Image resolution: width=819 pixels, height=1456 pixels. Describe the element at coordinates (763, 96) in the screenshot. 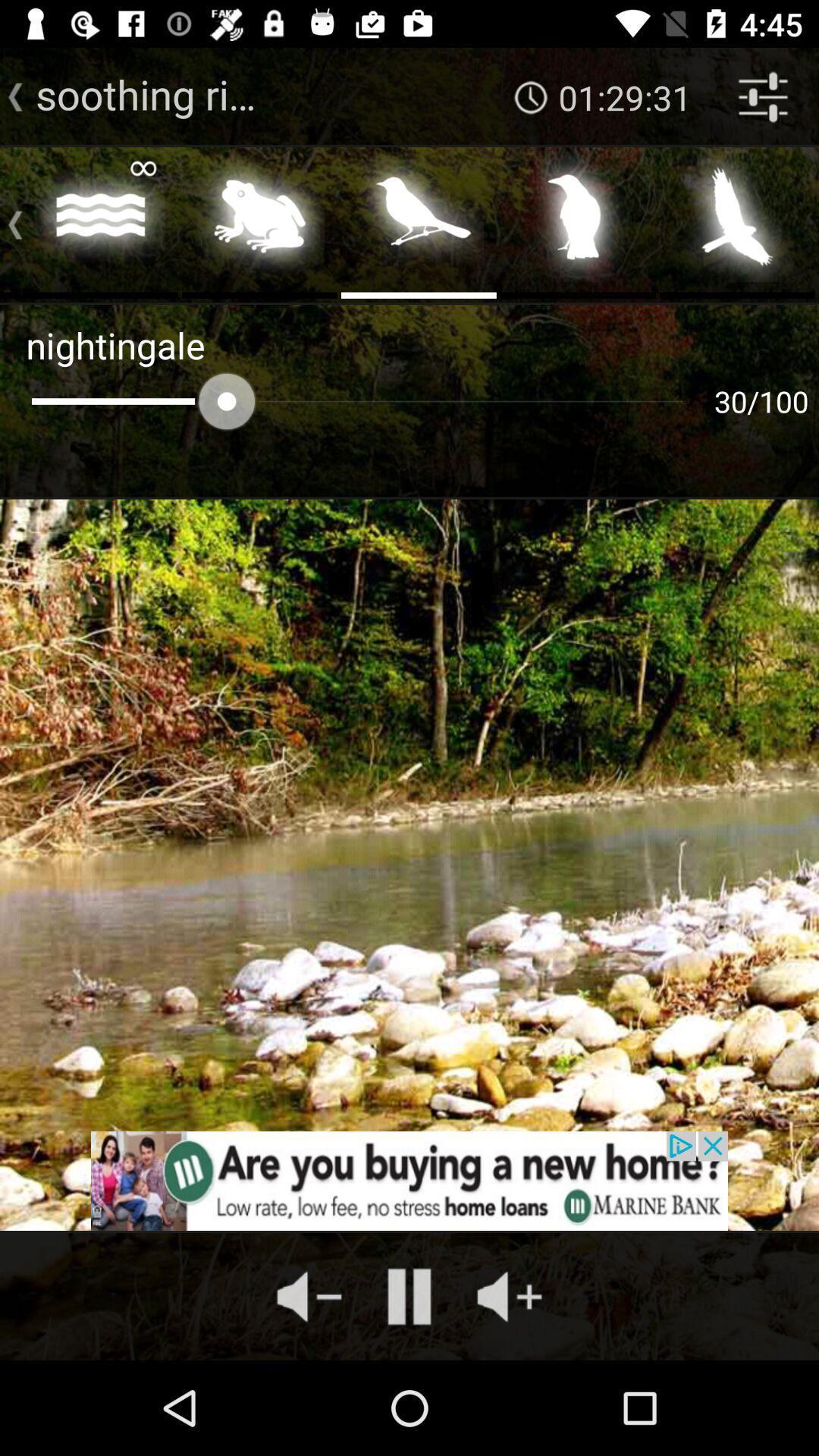

I see `the sliders icon` at that location.